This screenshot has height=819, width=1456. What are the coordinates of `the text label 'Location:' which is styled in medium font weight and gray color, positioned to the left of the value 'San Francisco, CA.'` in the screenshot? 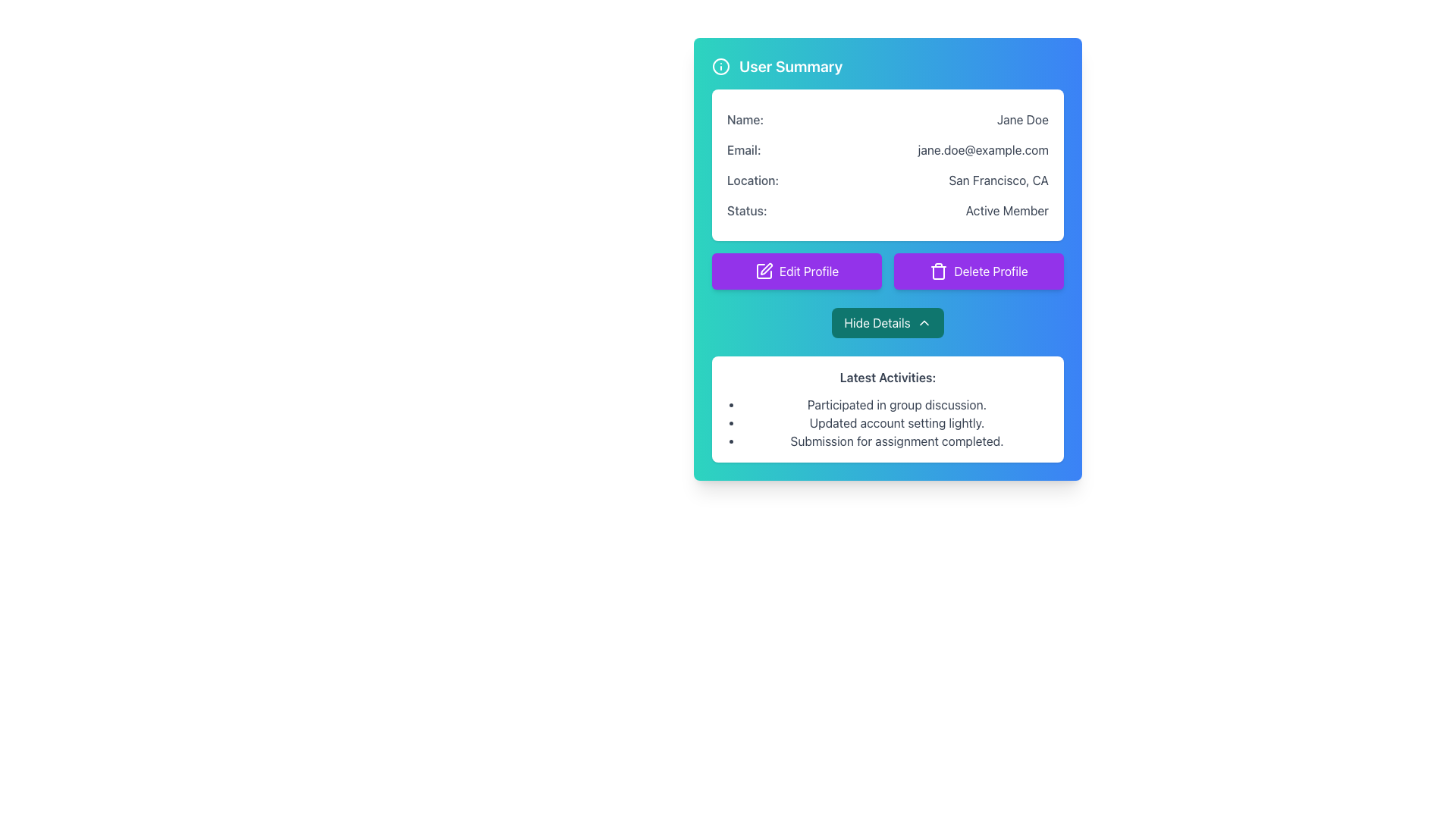 It's located at (753, 180).